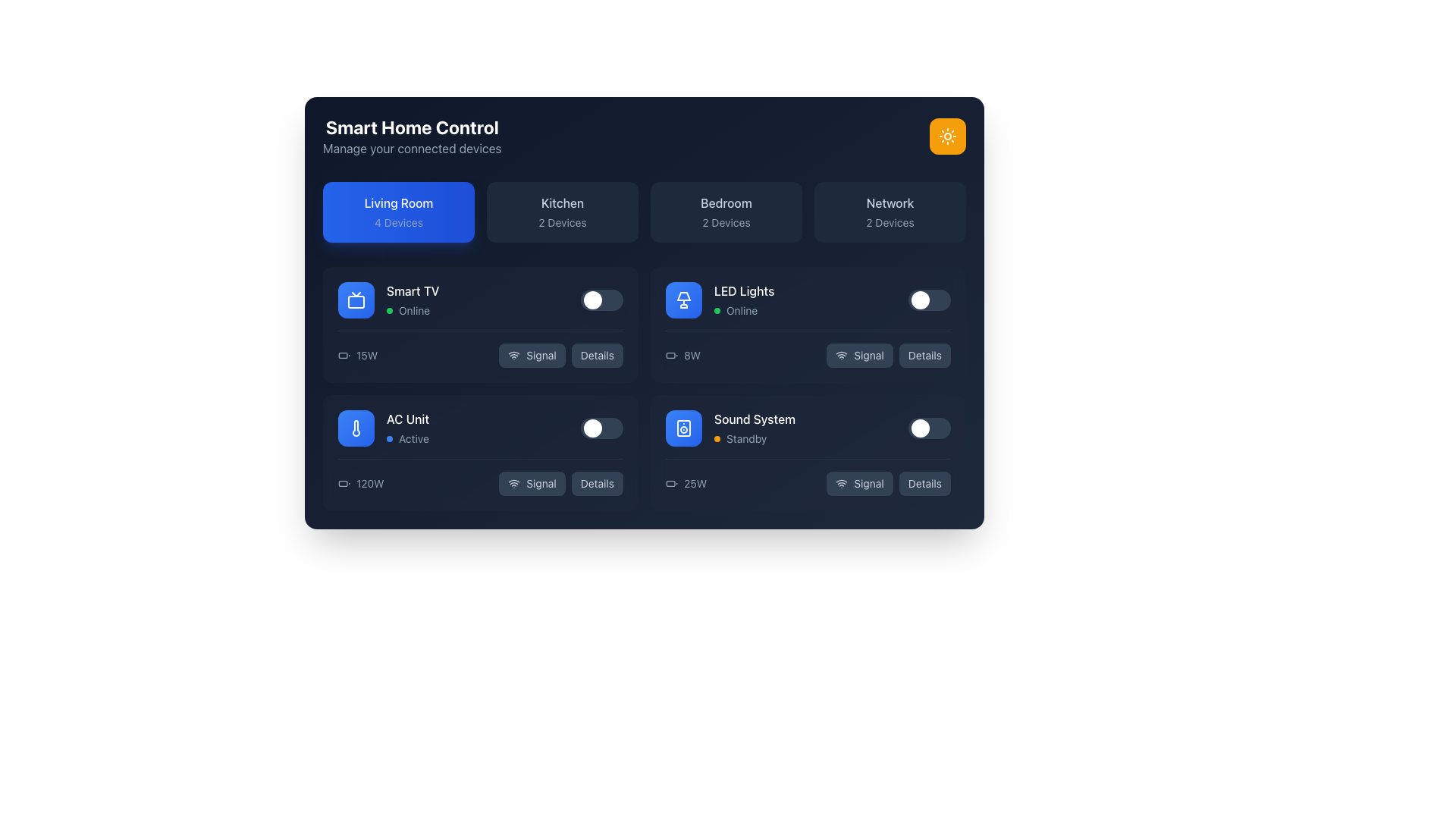 This screenshot has height=819, width=1456. I want to click on the 'Details' button, which is a slate blue rounded rectangle with light gray text located to the right of the 'Signal' button in the AC Unit subpanel, so click(596, 483).